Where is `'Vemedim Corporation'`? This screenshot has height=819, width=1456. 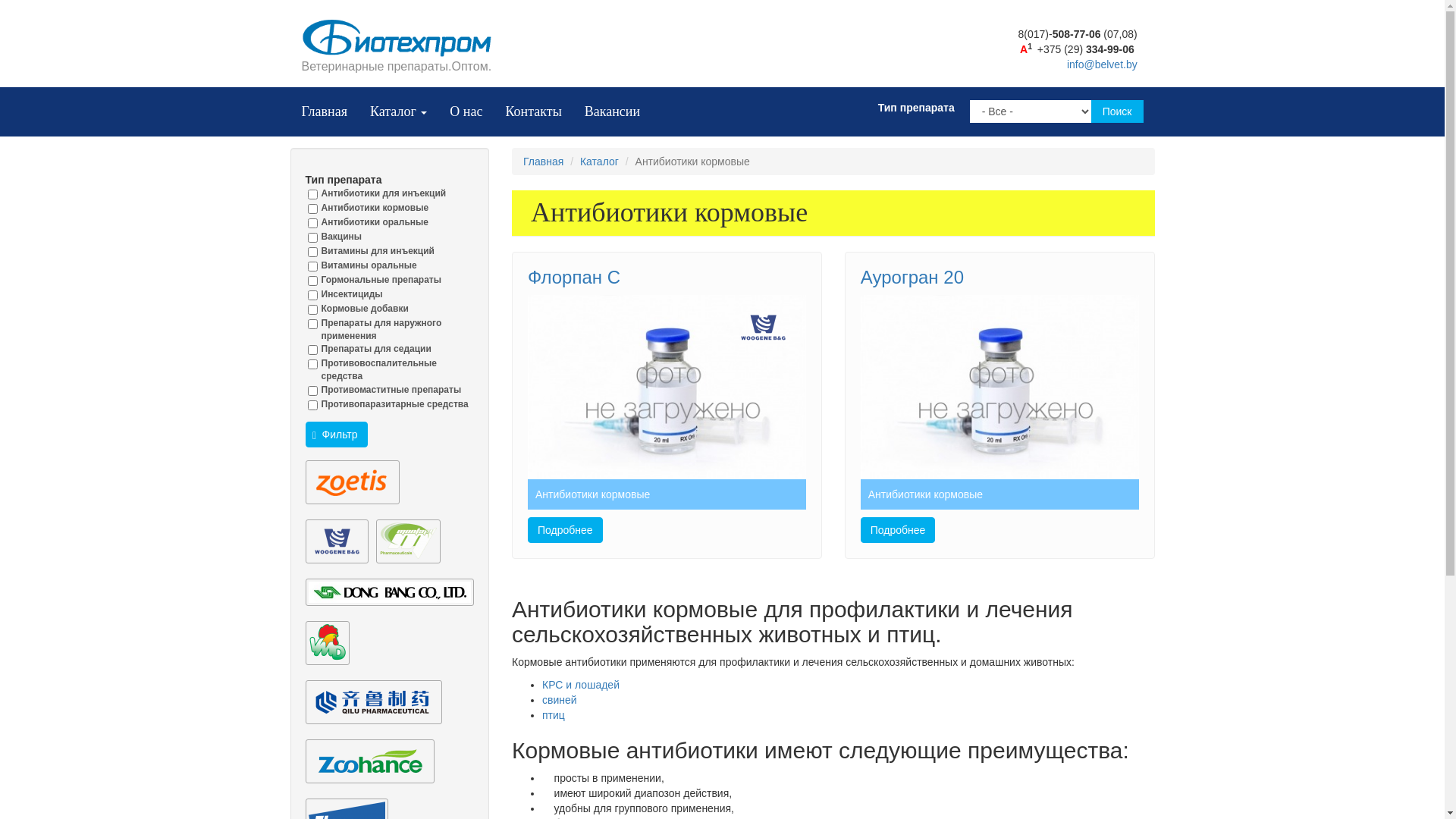 'Vemedim Corporation' is located at coordinates (326, 643).